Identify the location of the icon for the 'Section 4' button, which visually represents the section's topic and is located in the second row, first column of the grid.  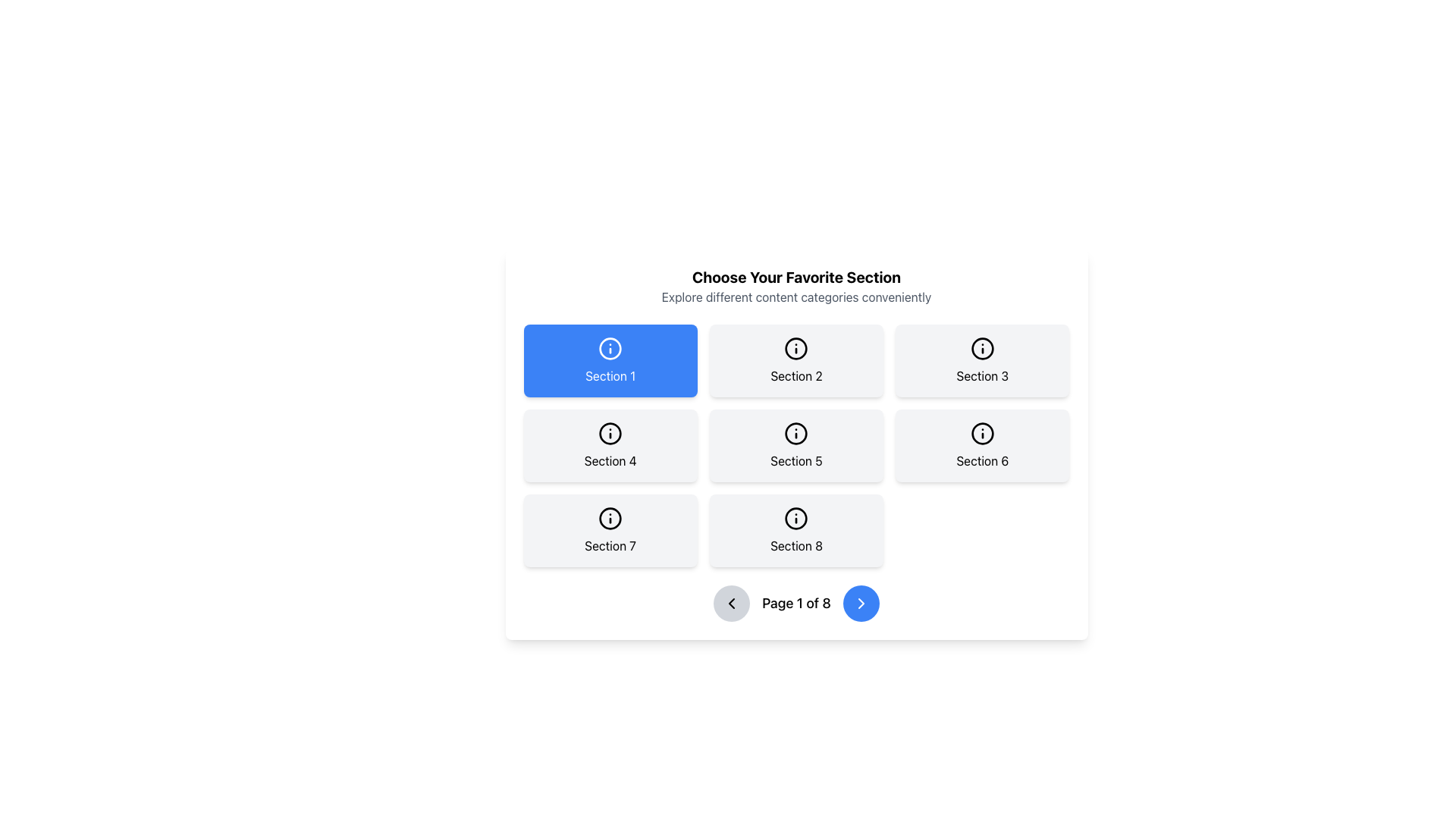
(610, 433).